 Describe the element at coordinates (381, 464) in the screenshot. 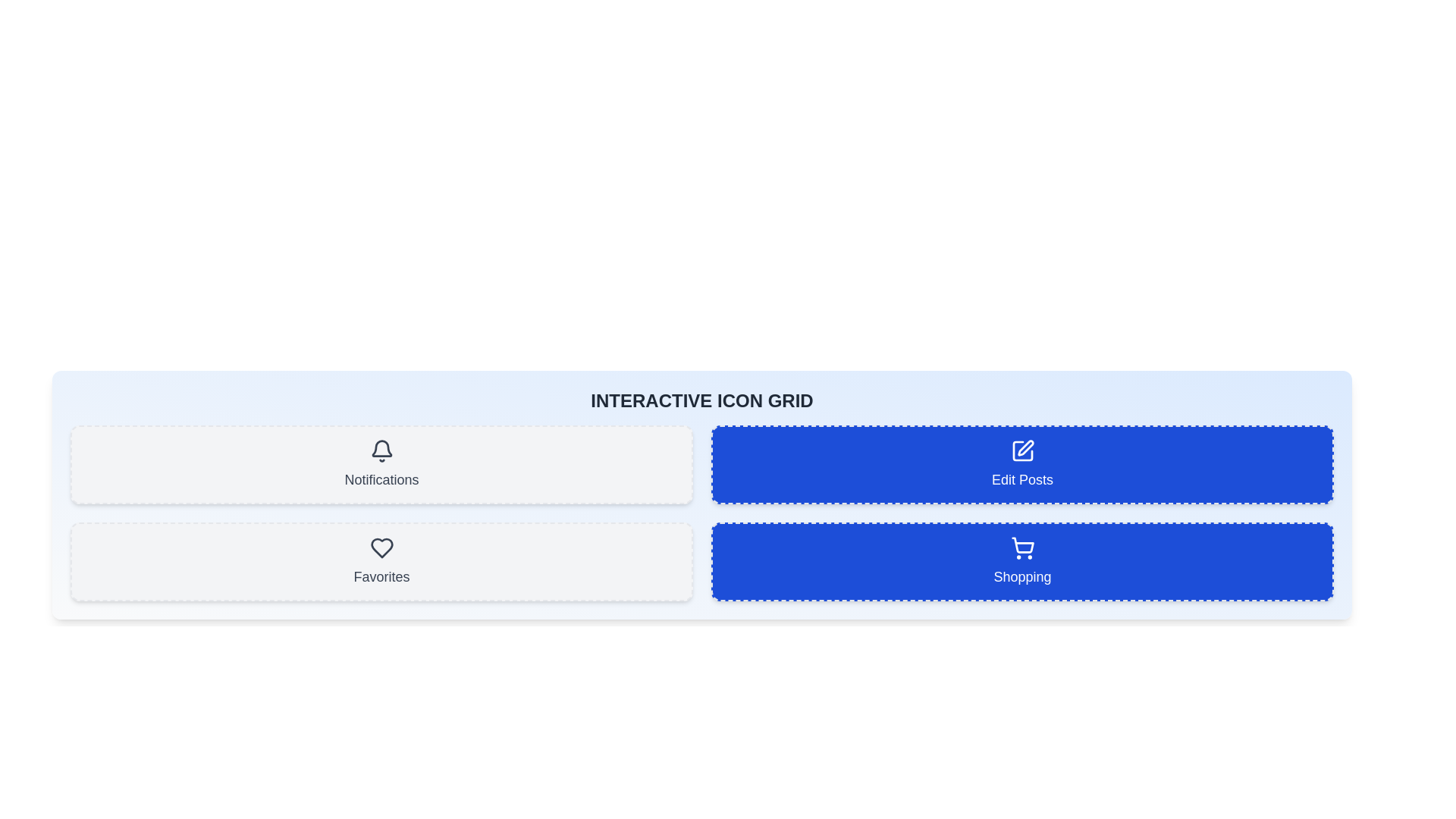

I see `the grid item identified by Notifications` at that location.